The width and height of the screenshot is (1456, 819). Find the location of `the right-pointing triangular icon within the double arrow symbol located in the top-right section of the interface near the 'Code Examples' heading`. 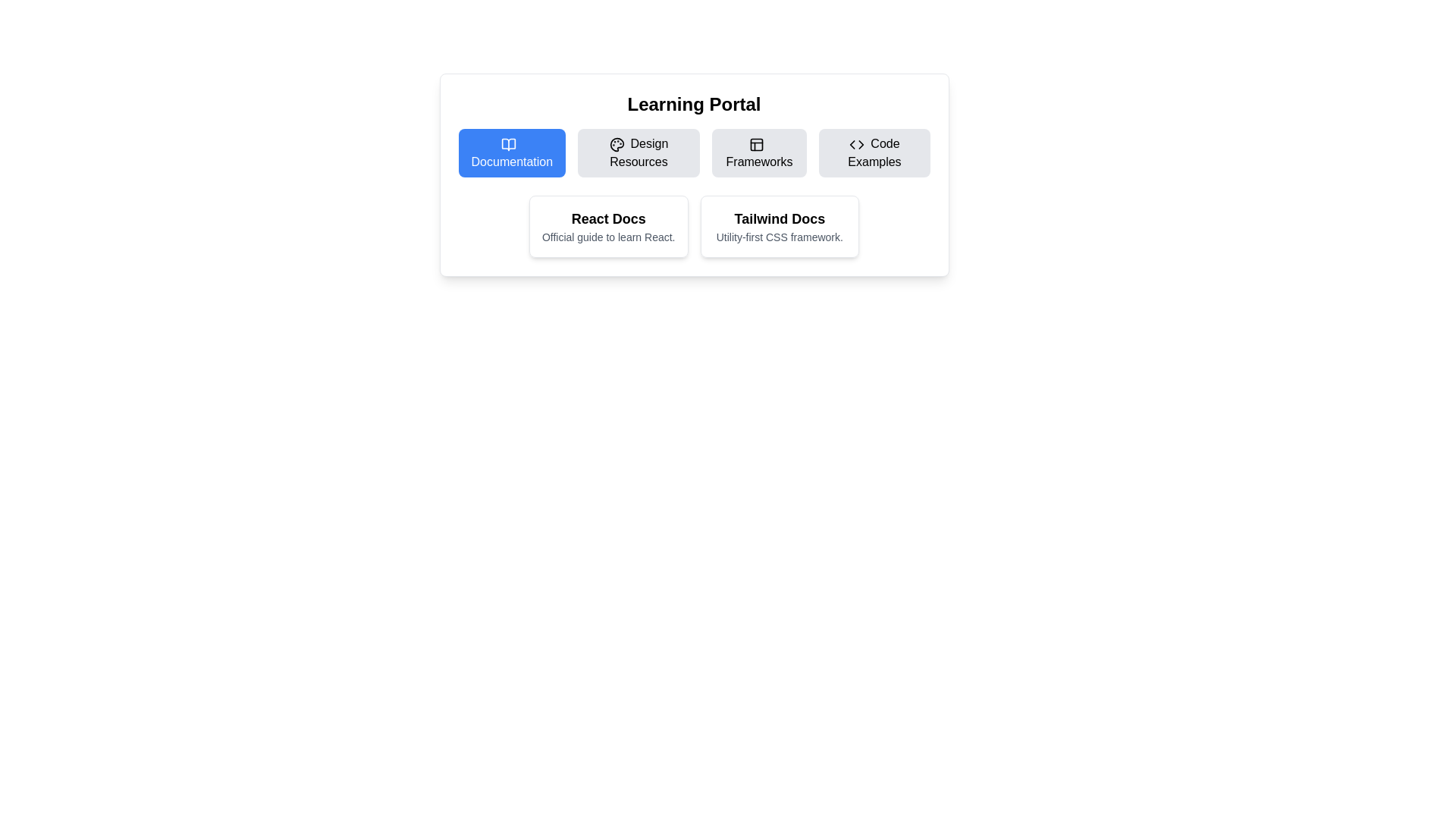

the right-pointing triangular icon within the double arrow symbol located in the top-right section of the interface near the 'Code Examples' heading is located at coordinates (861, 144).